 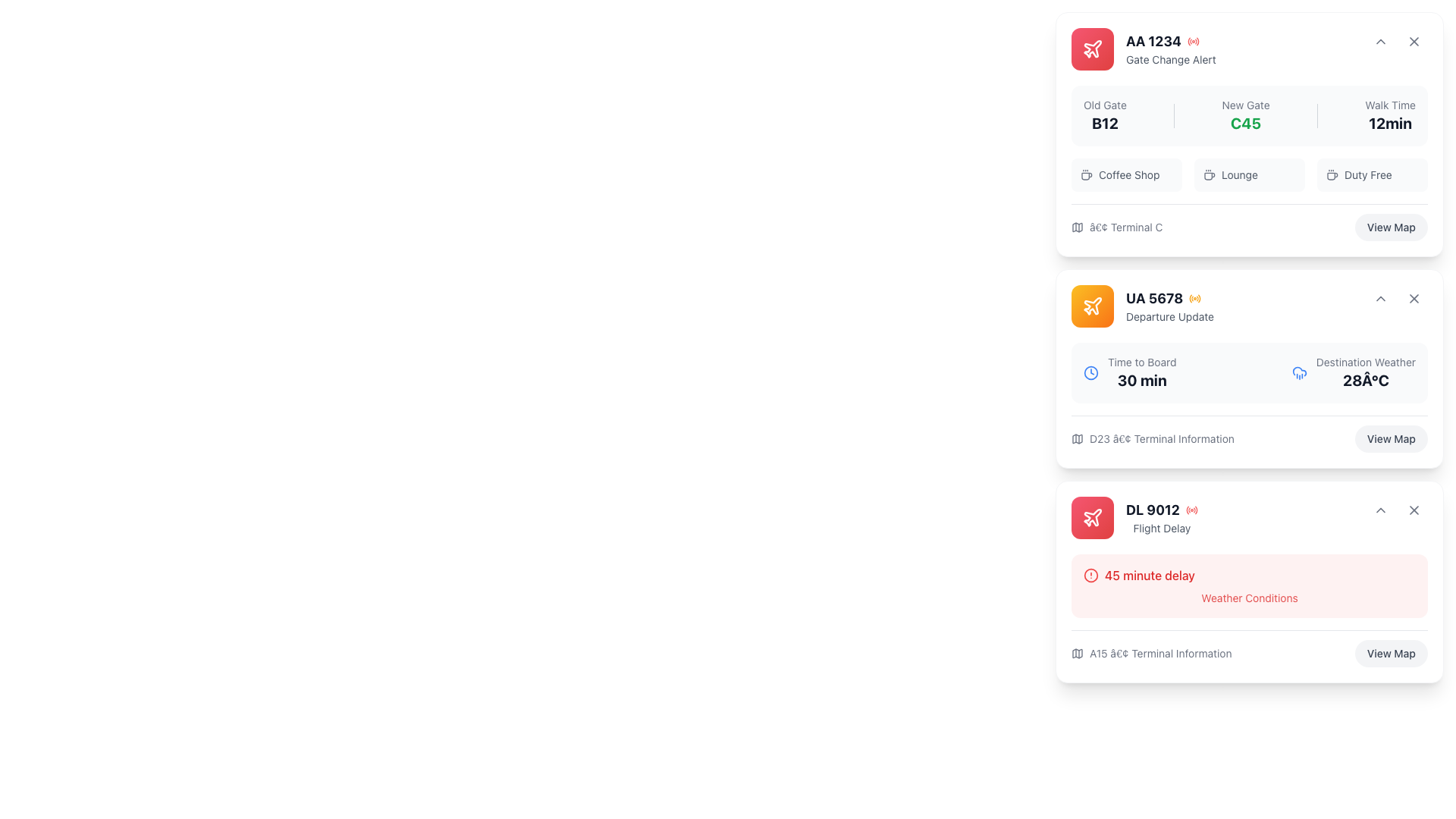 What do you see at coordinates (1117, 227) in the screenshot?
I see `terminal information displayed in the Text Label with Icon for 'Terminal C', located near the bottom-left of the 'AA 1234 Gate Change Alert' card` at bounding box center [1117, 227].